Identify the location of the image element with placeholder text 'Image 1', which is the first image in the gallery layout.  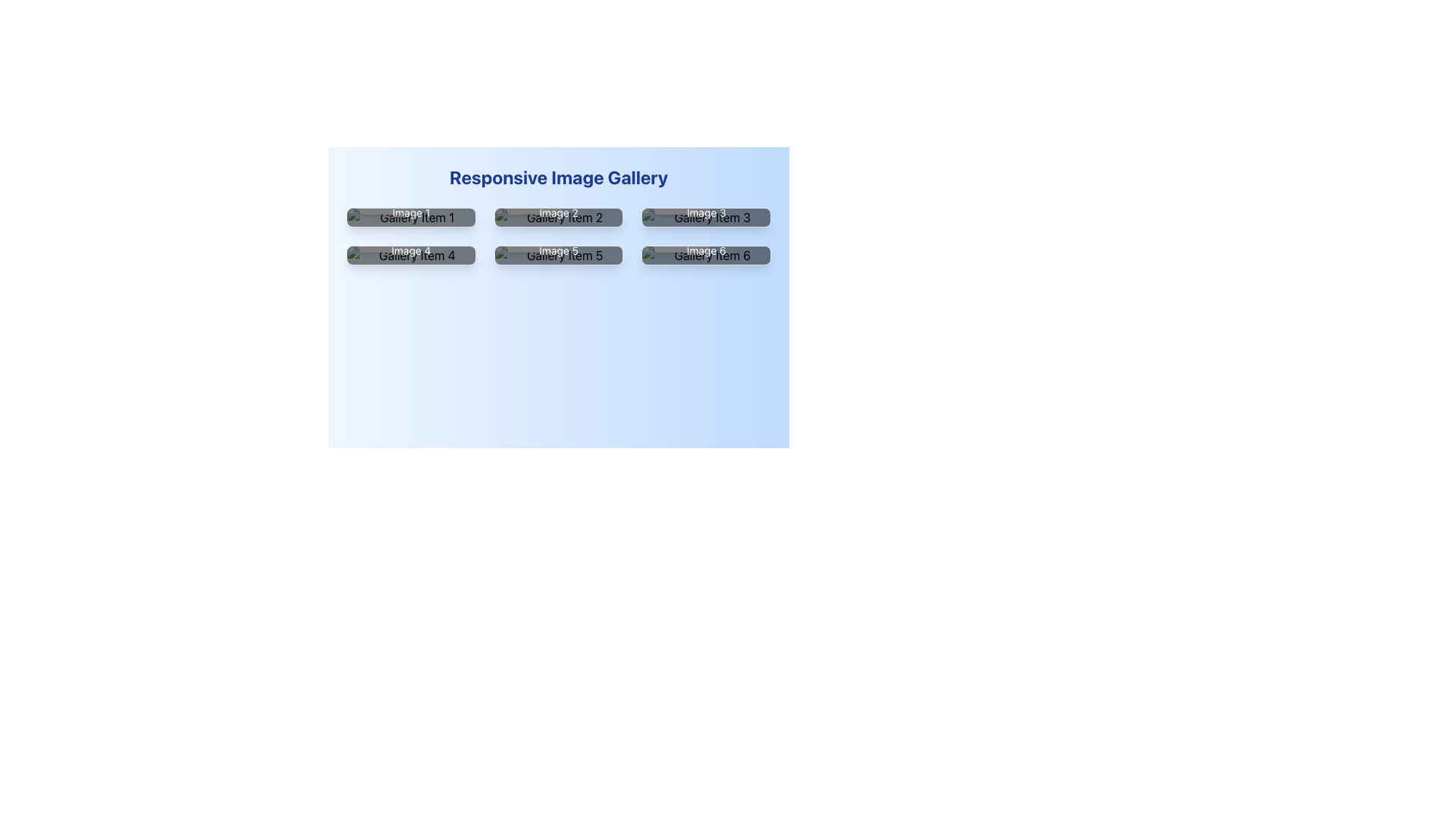
(411, 217).